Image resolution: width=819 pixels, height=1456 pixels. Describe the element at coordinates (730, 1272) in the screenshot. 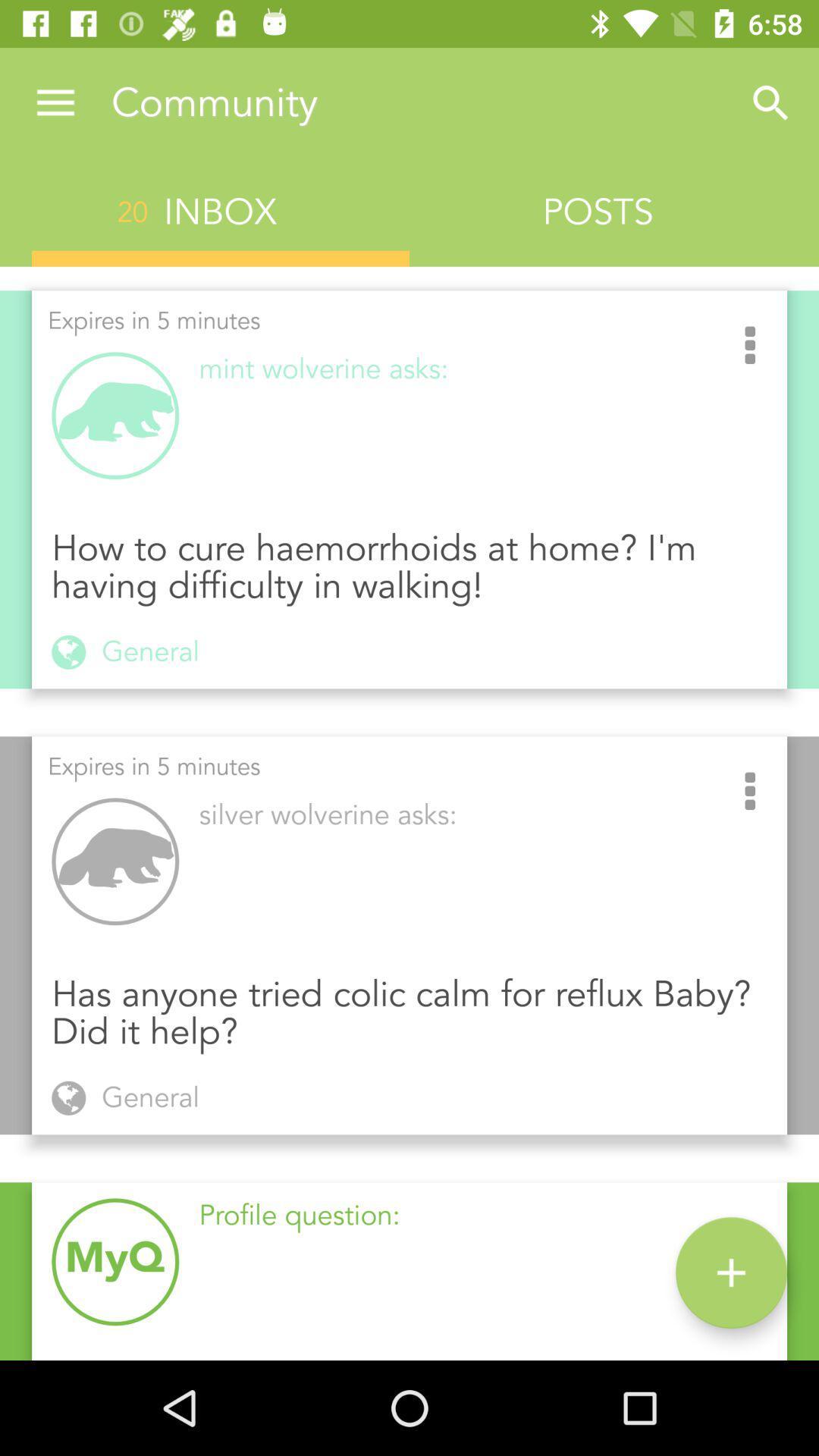

I see `icon to the right of the profile question:` at that location.